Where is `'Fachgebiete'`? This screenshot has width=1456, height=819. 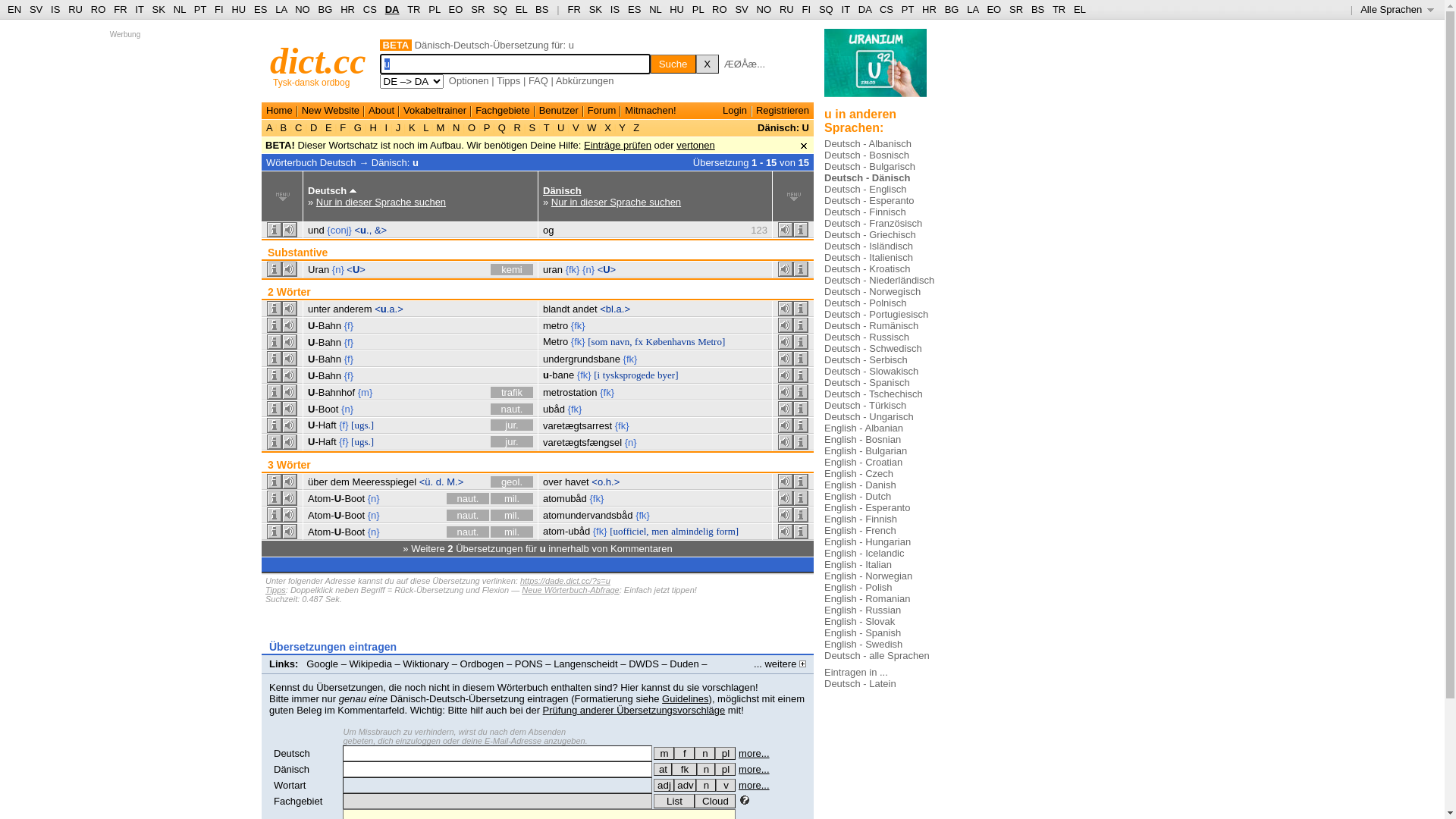
'Fachgebiete' is located at coordinates (502, 109).